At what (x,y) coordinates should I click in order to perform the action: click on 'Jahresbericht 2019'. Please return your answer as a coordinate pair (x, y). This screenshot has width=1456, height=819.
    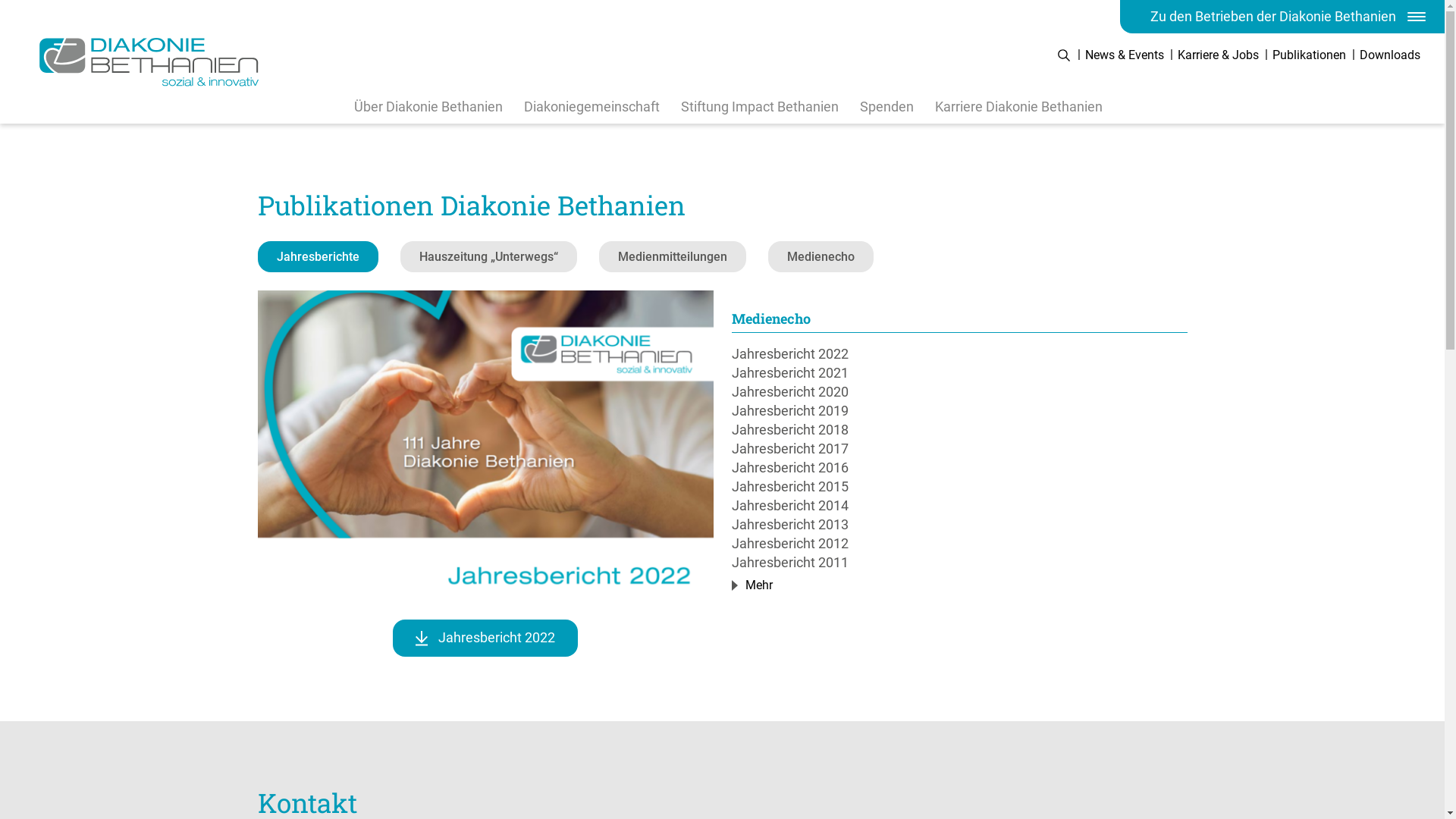
    Looking at the image, I should click on (958, 410).